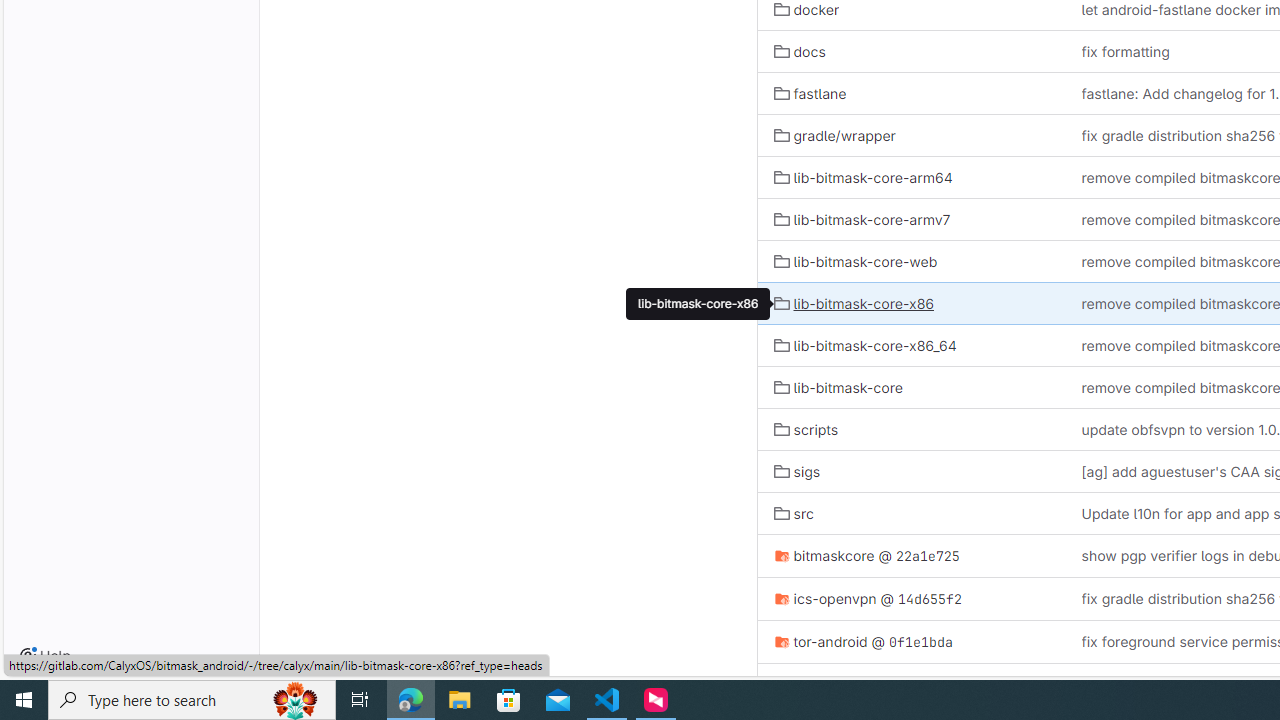 This screenshot has width=1280, height=720. Describe the element at coordinates (855, 260) in the screenshot. I see `'lib-bitmask-core-web'` at that location.